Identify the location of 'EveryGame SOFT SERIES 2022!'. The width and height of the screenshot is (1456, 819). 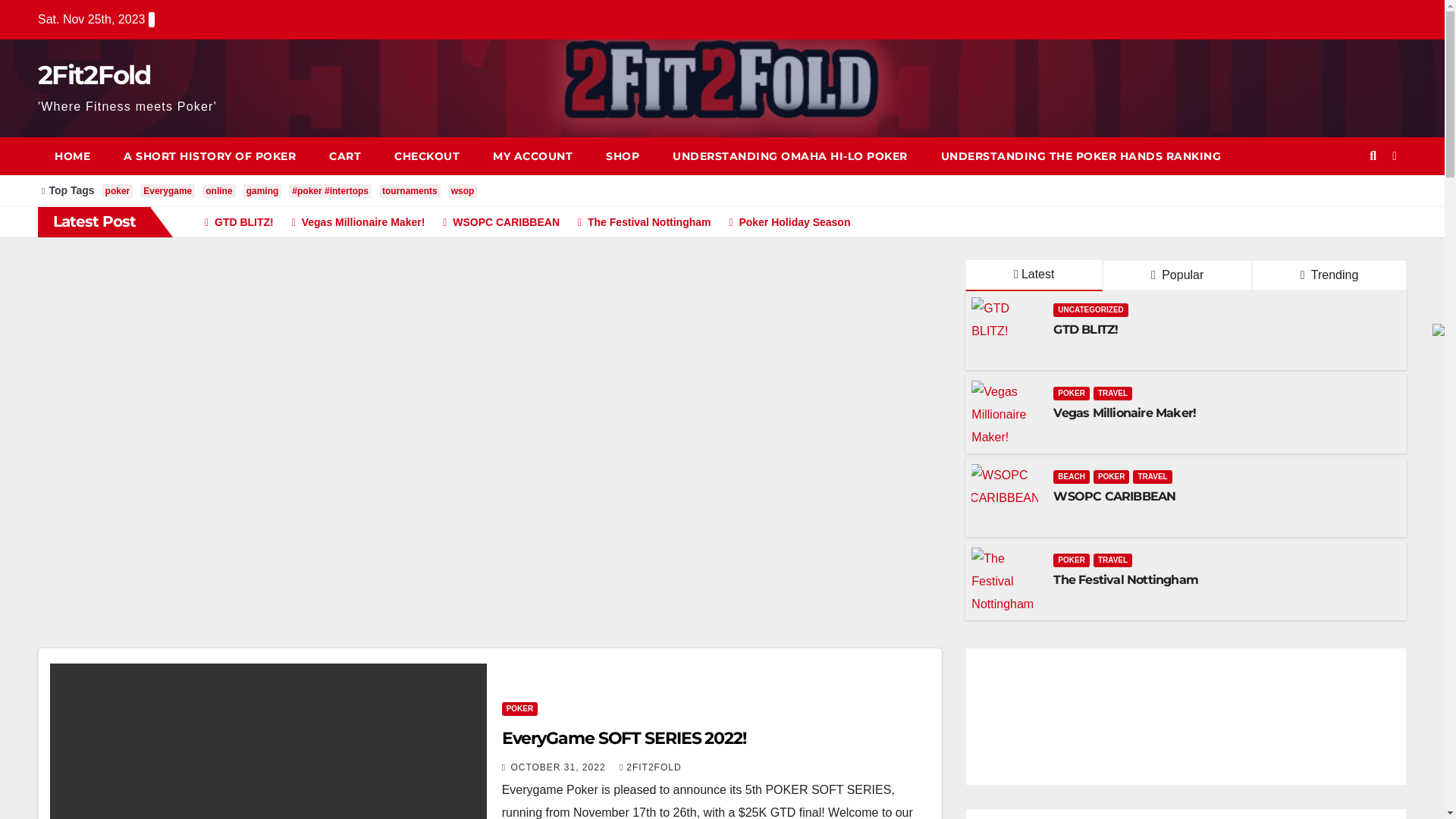
(623, 737).